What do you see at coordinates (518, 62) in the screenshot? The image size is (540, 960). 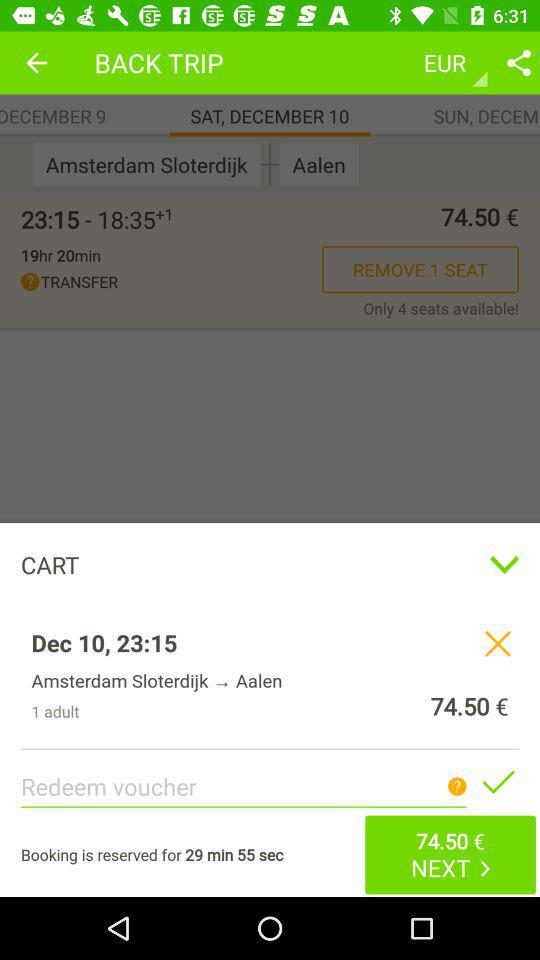 I see `app settings` at bounding box center [518, 62].